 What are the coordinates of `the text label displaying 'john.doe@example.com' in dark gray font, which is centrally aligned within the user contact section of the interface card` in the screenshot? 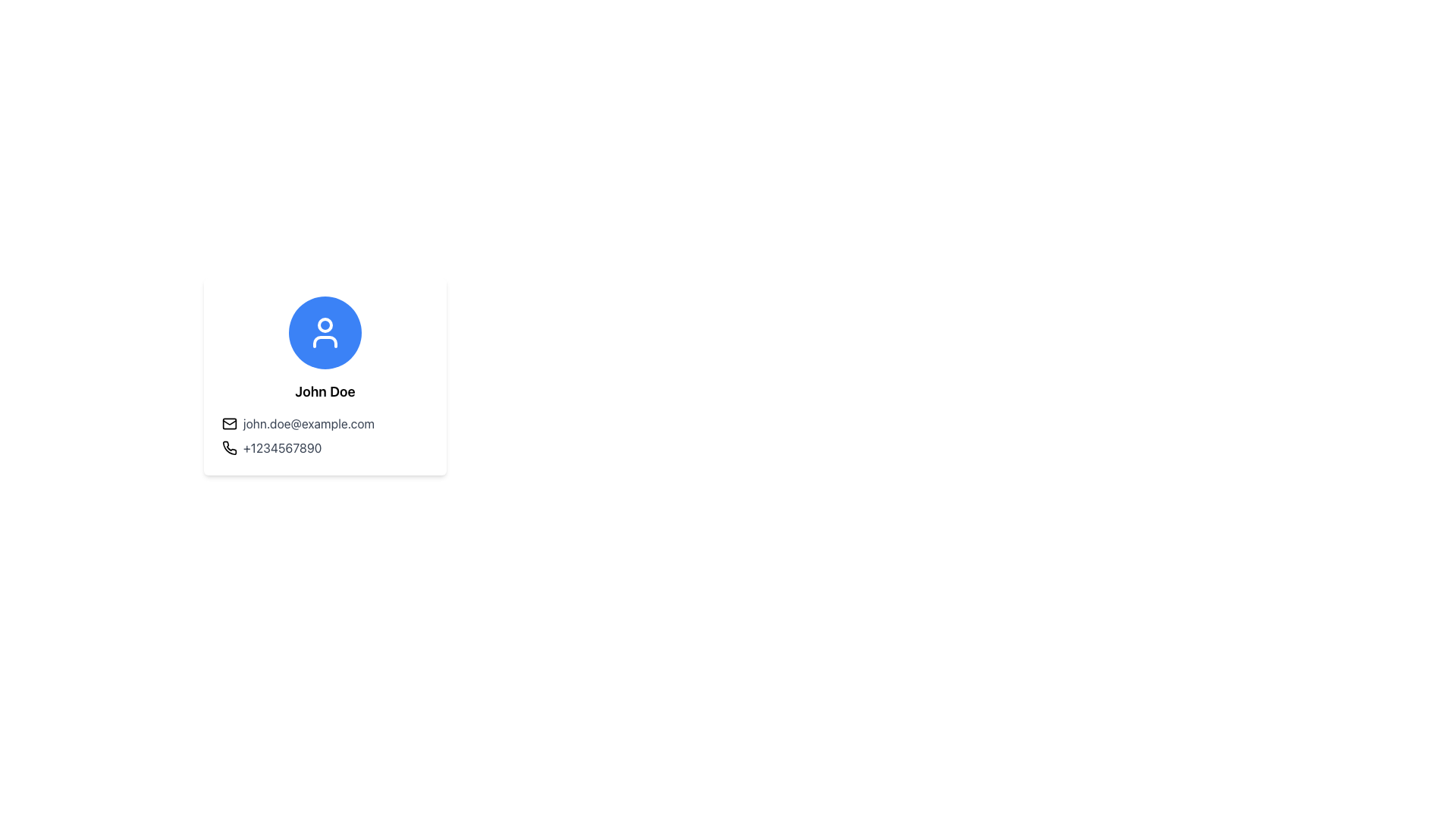 It's located at (308, 424).